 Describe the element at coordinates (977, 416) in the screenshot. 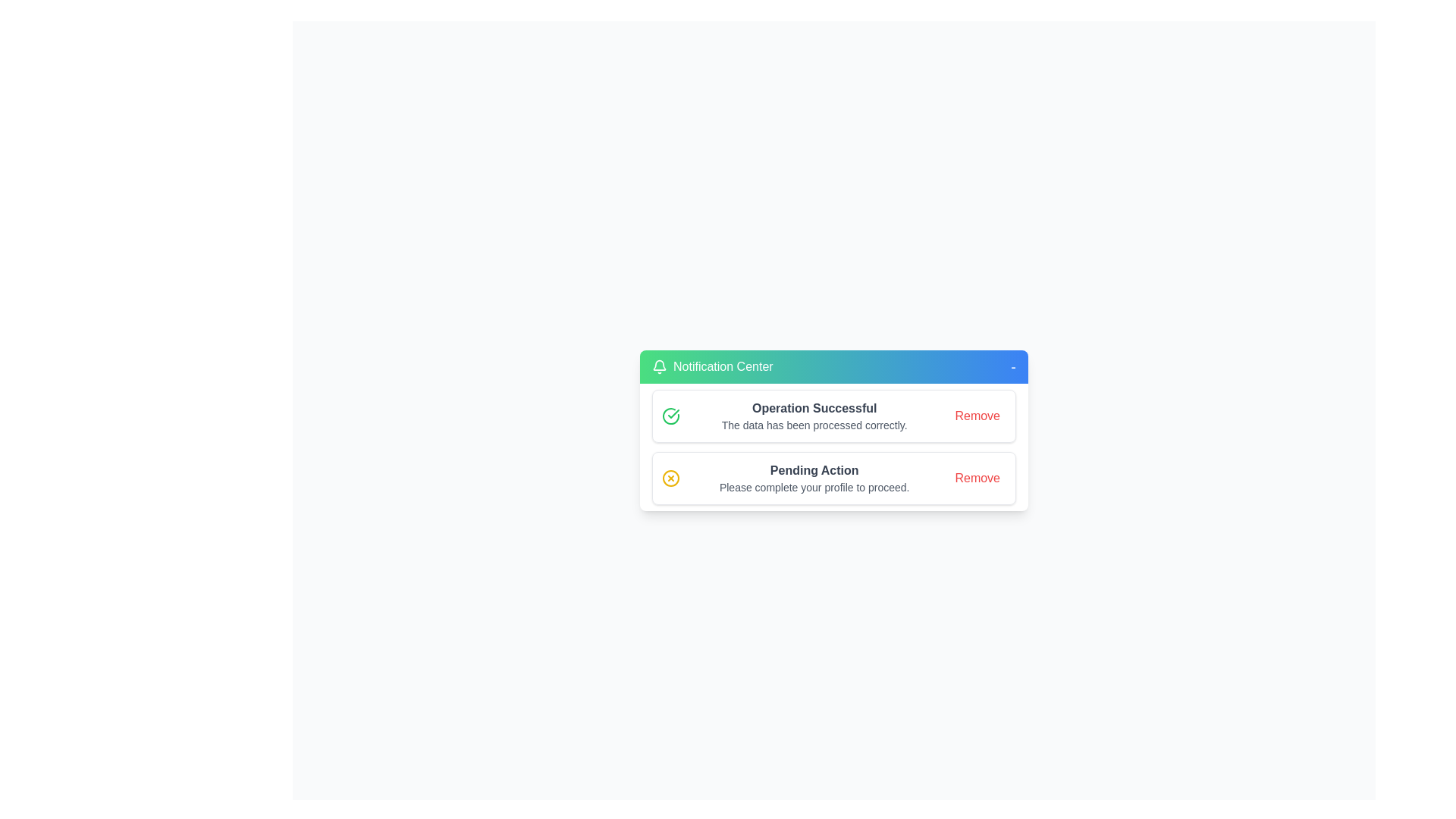

I see `the dismiss button located in the upper notification box of the 'Notification Center' interface, aligned to the far right next to the message 'Operation Successful'` at that location.